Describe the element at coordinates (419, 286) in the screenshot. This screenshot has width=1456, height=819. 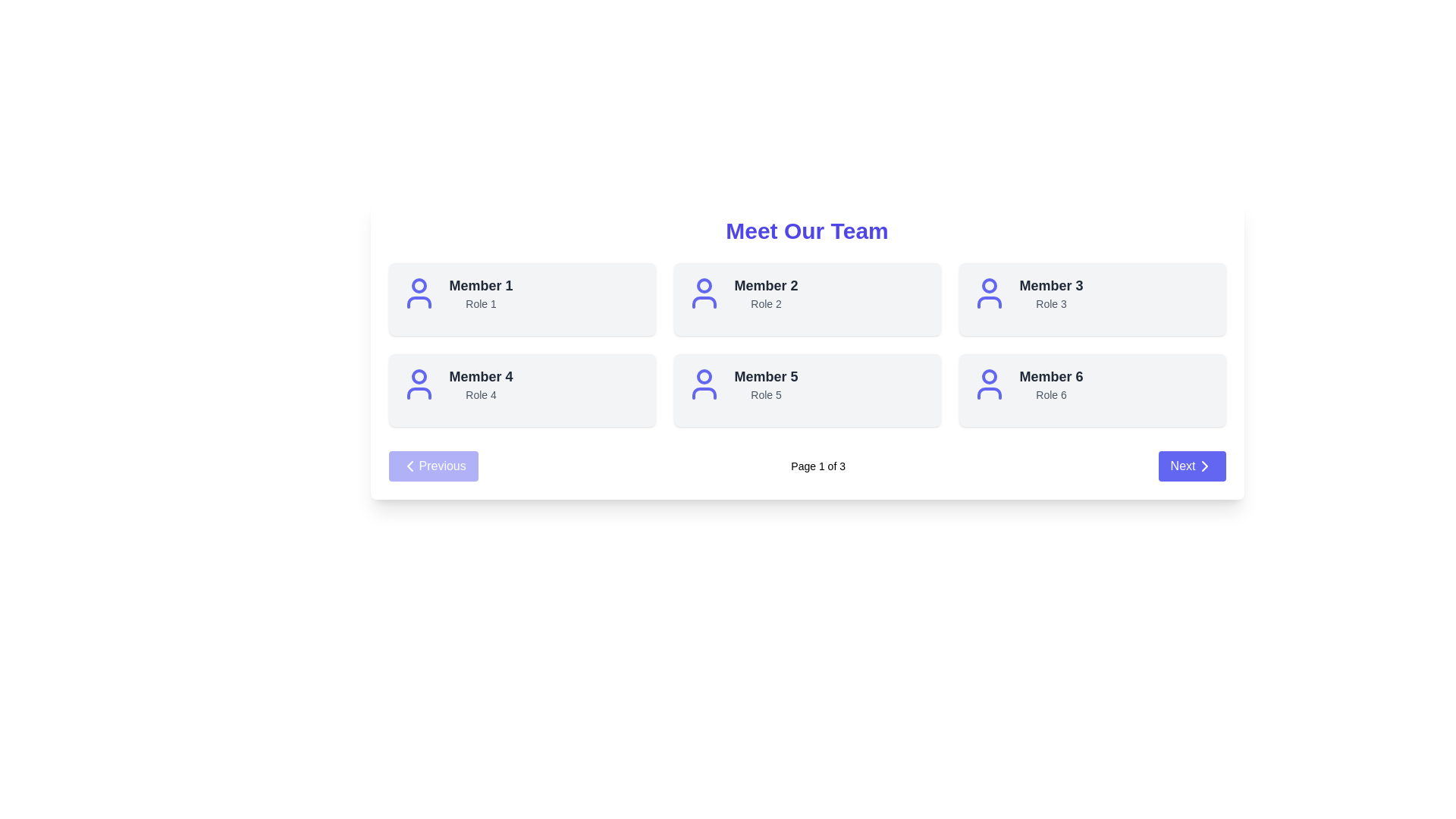
I see `the decorative Circle shape (SVG graphic) located at the upper center of the user icon near the 'Member 1' label` at that location.